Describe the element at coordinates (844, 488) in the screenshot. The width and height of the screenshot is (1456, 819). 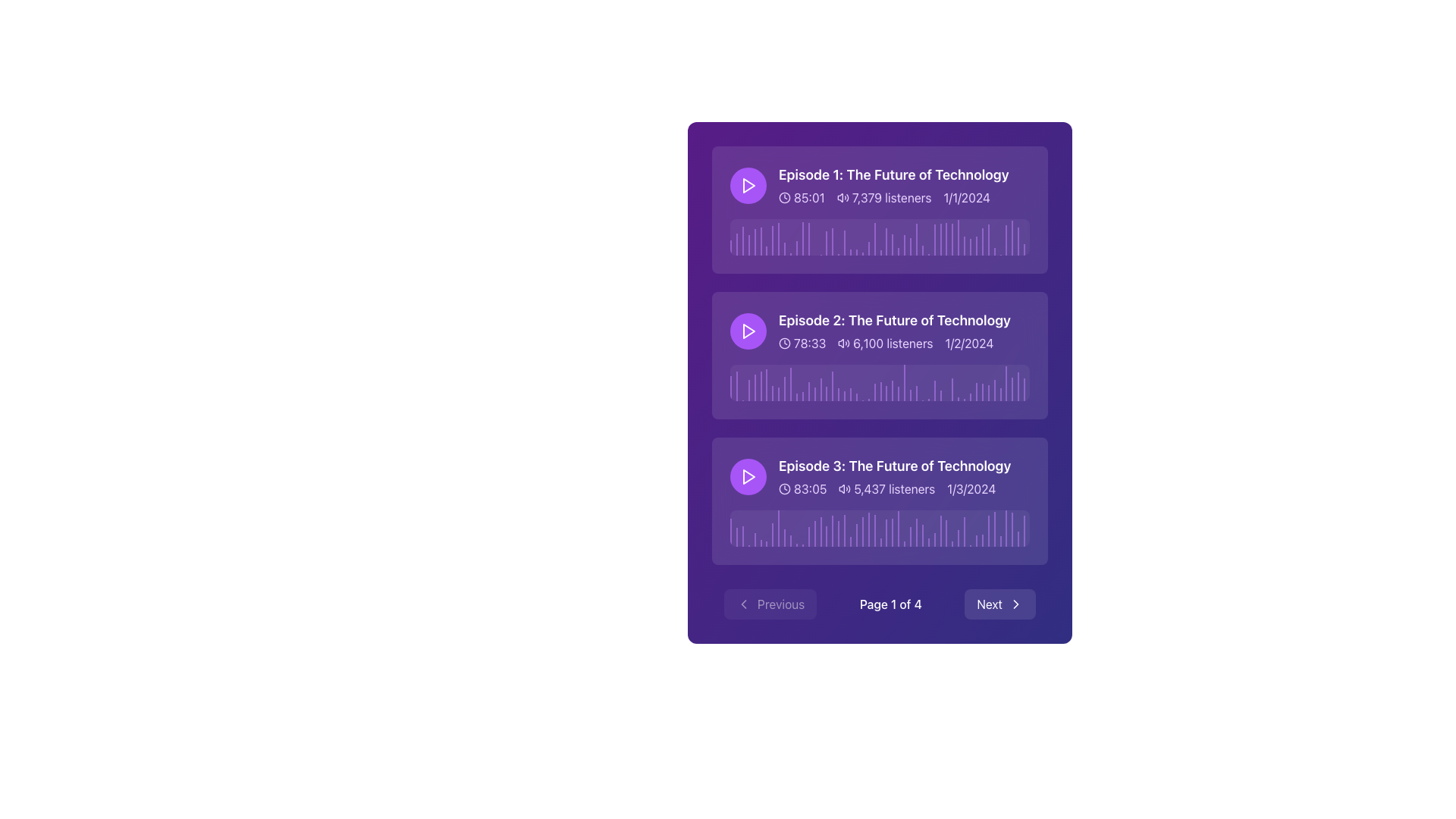
I see `the small speaker icon with sound waves, located to the immediate left of the text '5,437 listeners' in the third content block under the title 'Episode 3: The Future of Technology'` at that location.